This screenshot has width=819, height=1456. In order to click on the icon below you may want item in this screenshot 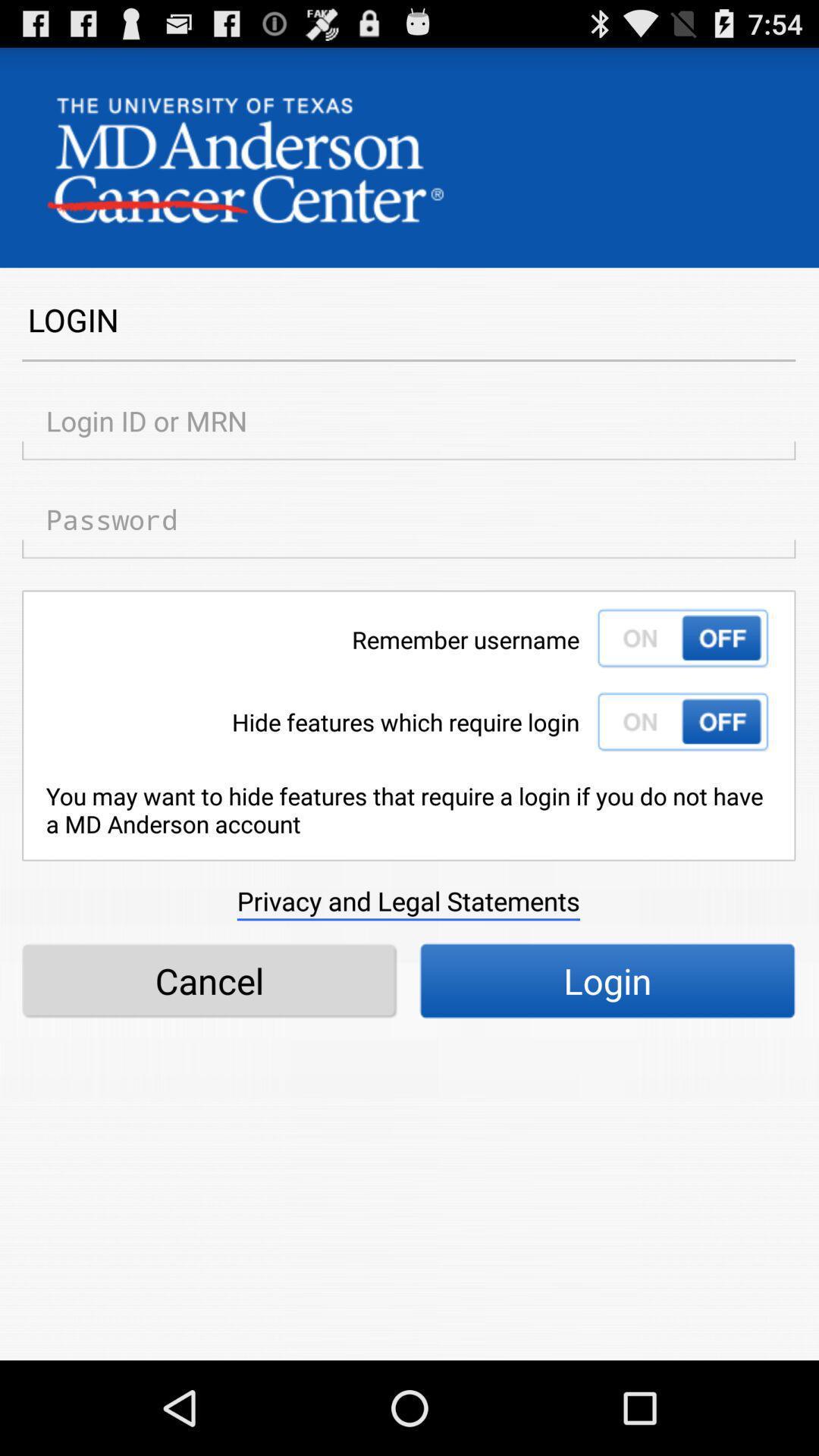, I will do `click(407, 901)`.